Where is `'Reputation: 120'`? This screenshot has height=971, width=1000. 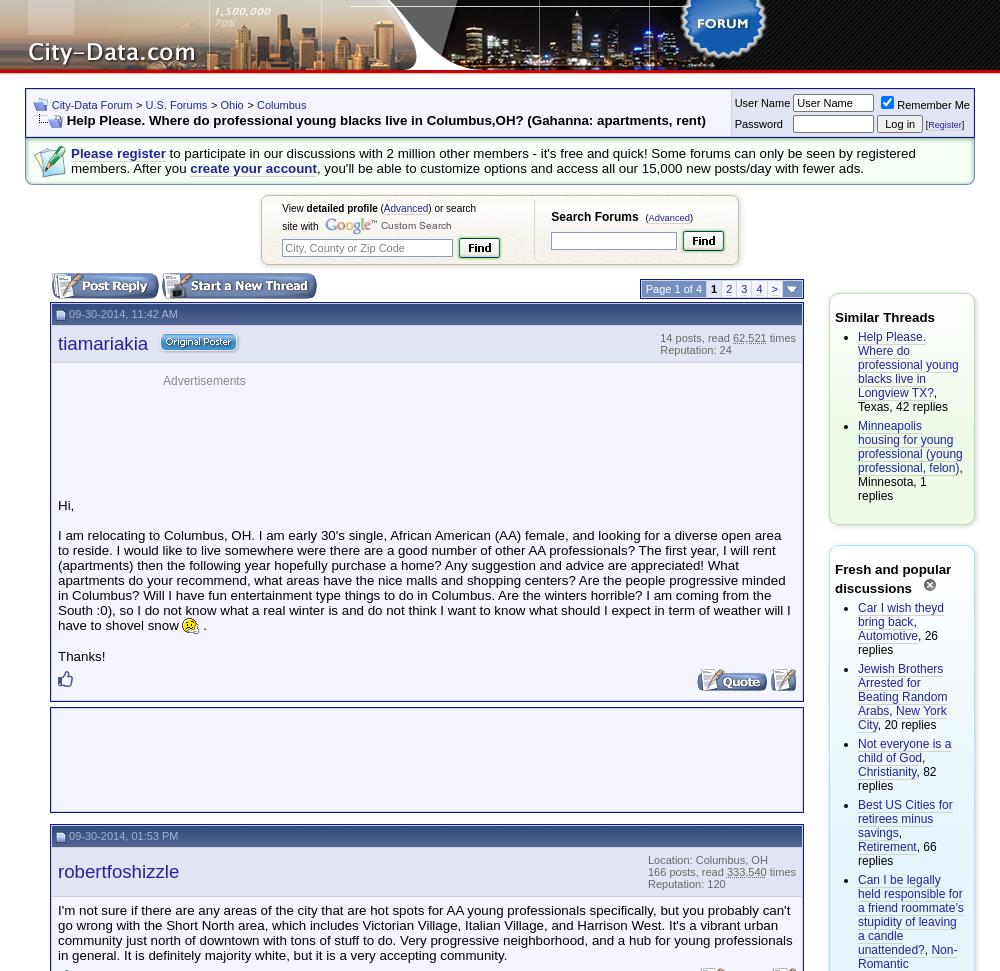 'Reputation: 120' is located at coordinates (686, 883).